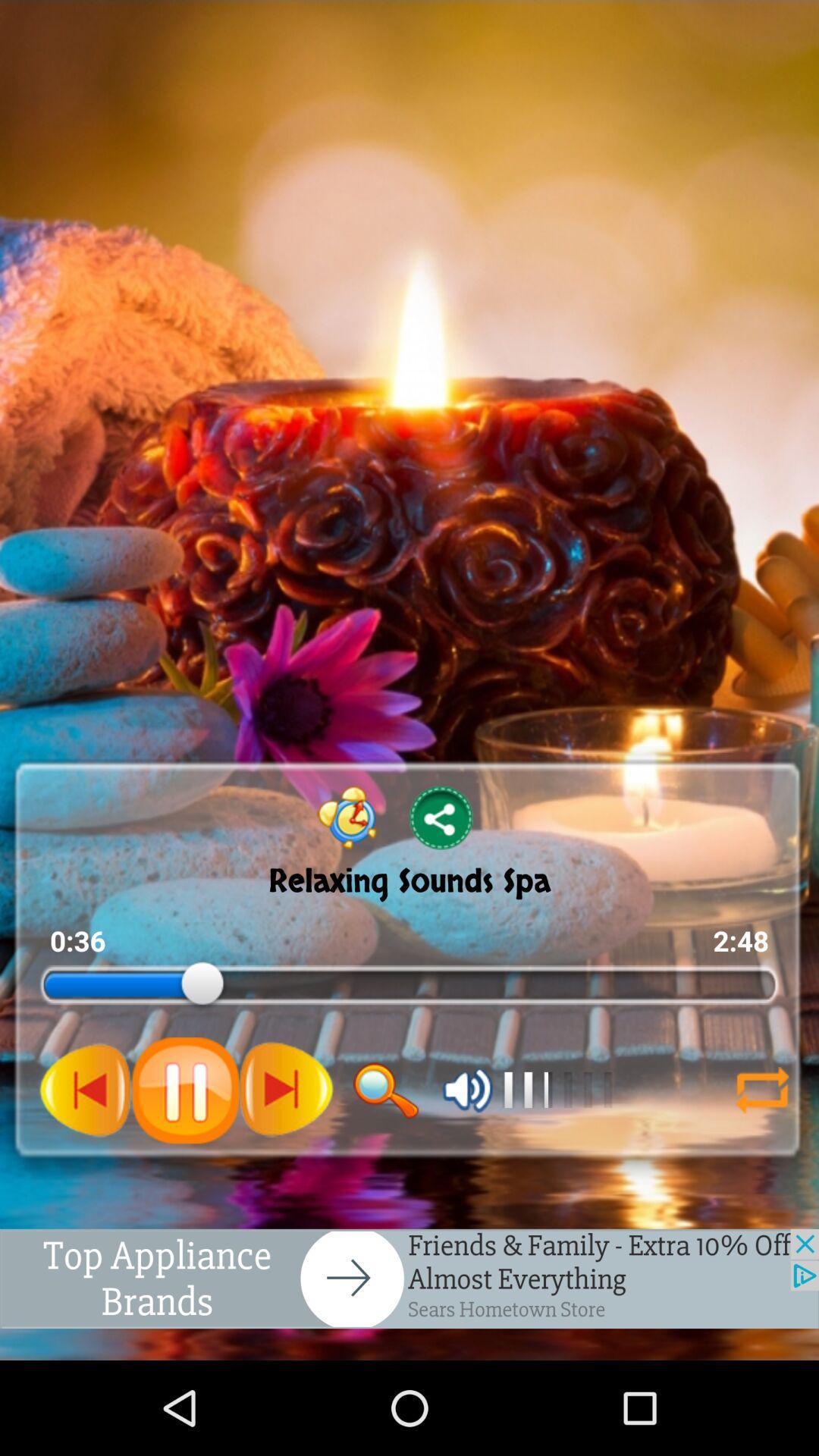 Image resolution: width=819 pixels, height=1456 pixels. I want to click on rotate, so click(762, 1089).